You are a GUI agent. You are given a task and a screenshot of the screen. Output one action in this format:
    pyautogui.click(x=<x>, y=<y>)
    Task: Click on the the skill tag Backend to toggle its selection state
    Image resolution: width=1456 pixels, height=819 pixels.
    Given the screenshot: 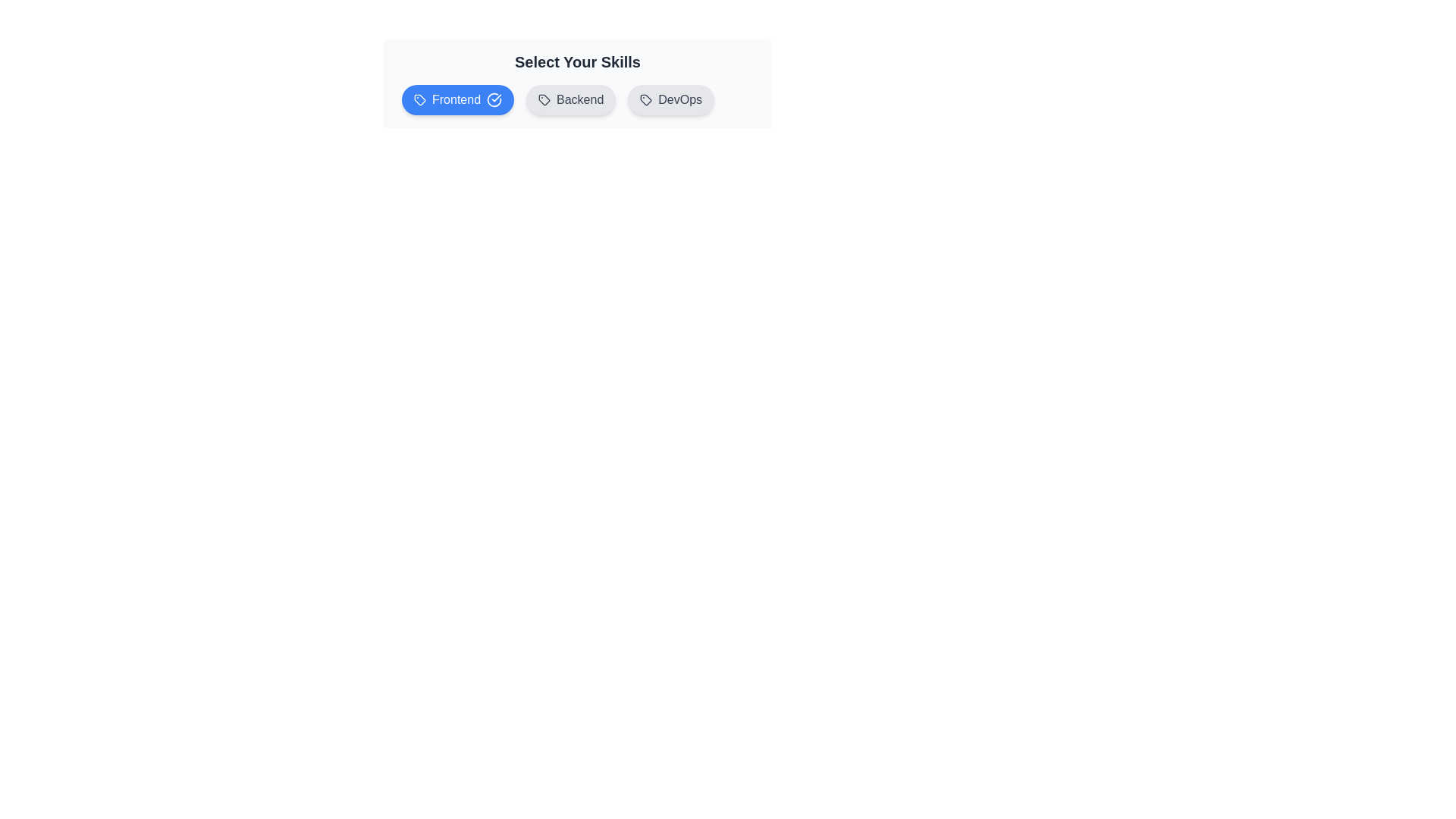 What is the action you would take?
    pyautogui.click(x=570, y=99)
    